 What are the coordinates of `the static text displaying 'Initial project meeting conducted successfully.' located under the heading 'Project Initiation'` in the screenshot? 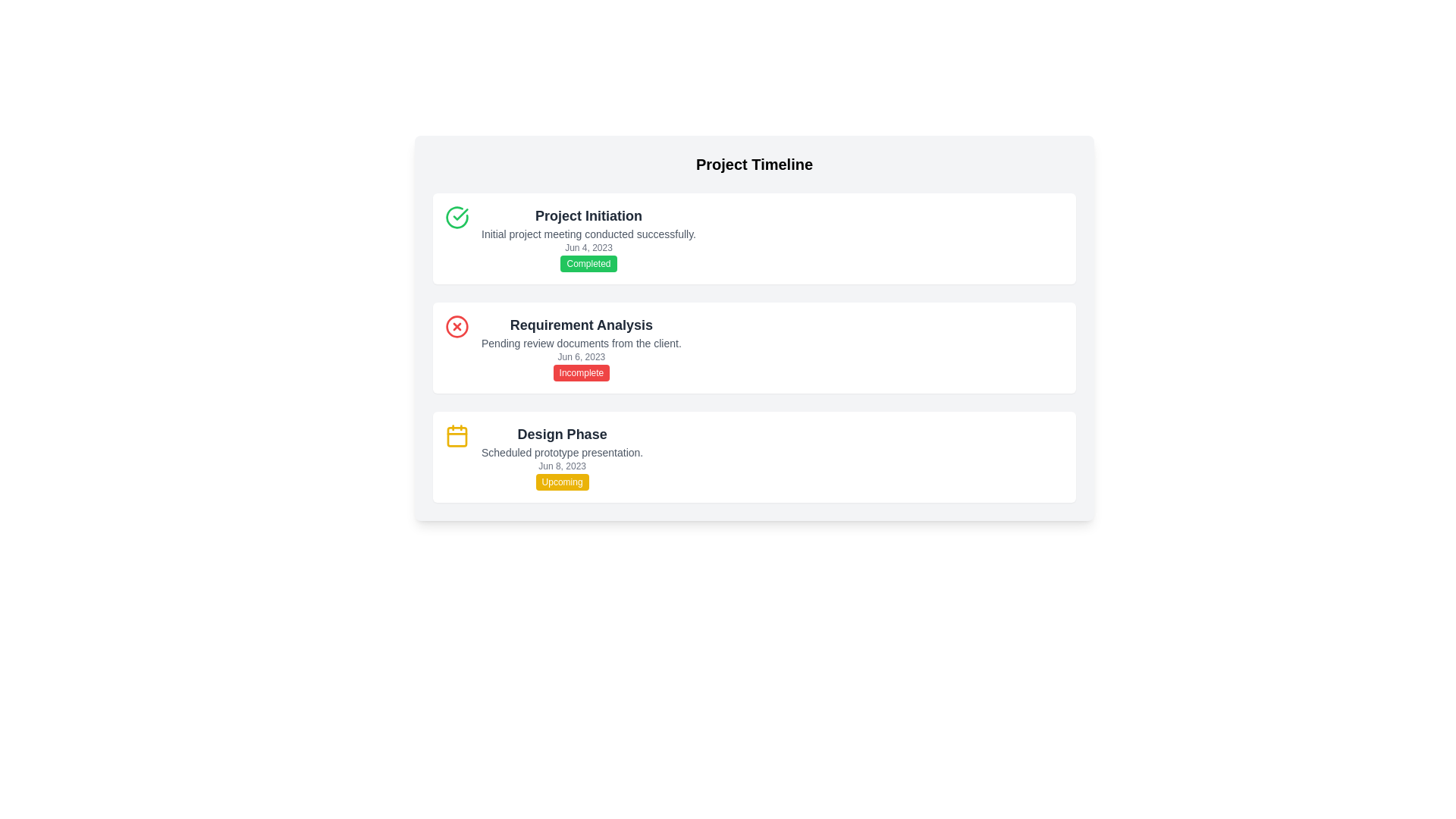 It's located at (588, 234).